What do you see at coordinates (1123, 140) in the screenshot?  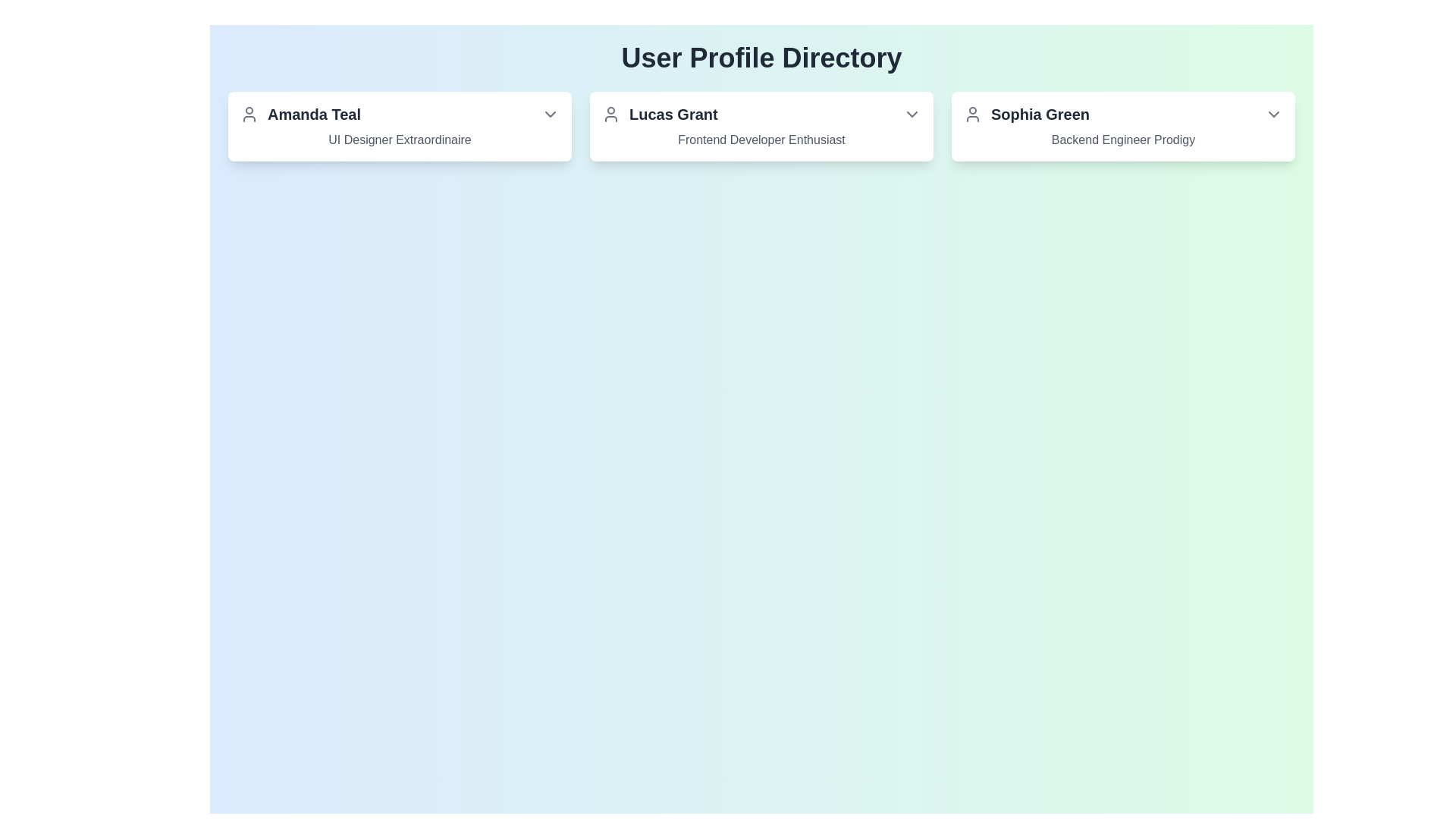 I see `the text label displaying 'Backend Engineer Prodigy' in the user profile of 'Sophia Green' card` at bounding box center [1123, 140].